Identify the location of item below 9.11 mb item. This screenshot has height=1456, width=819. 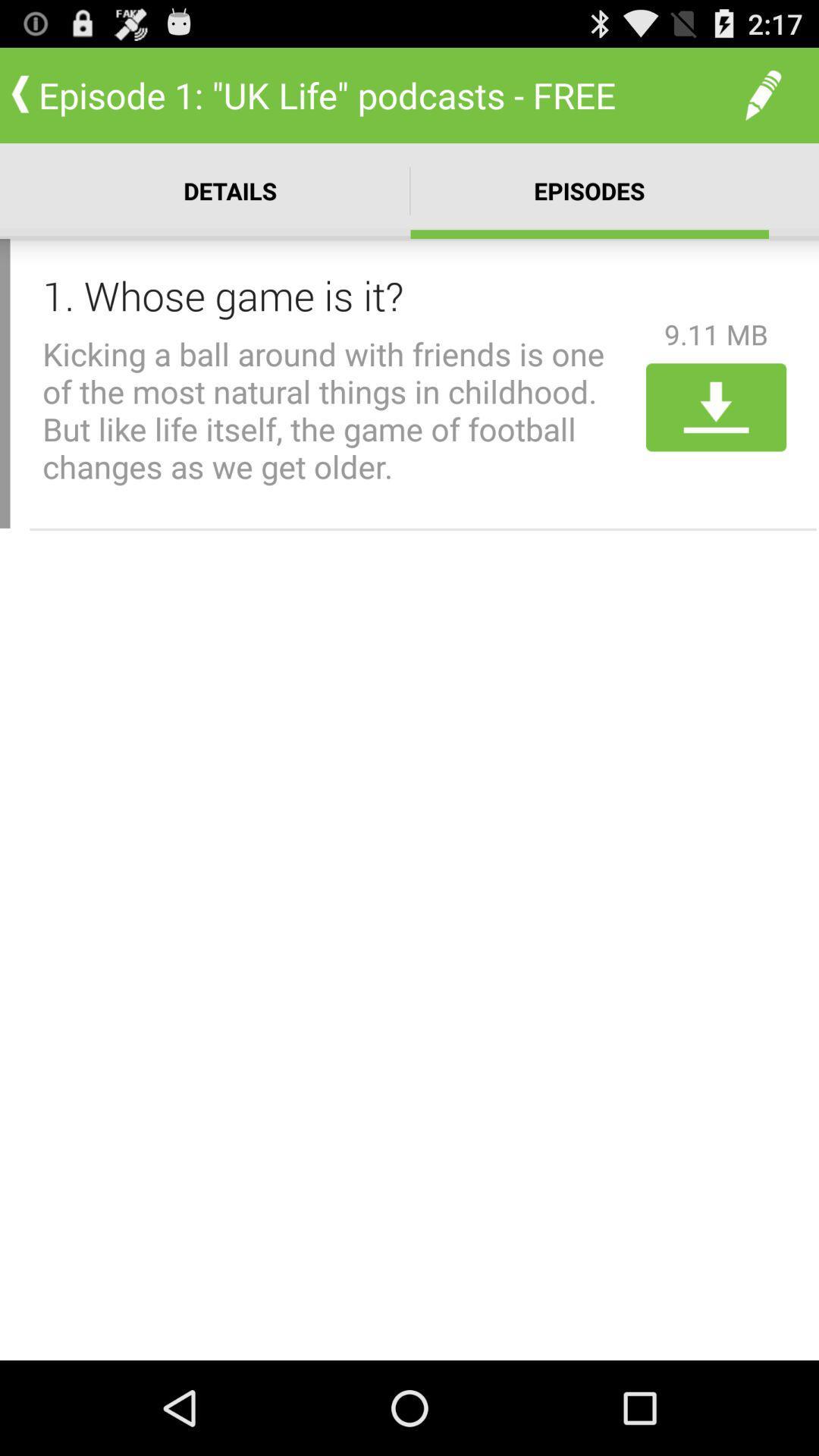
(716, 407).